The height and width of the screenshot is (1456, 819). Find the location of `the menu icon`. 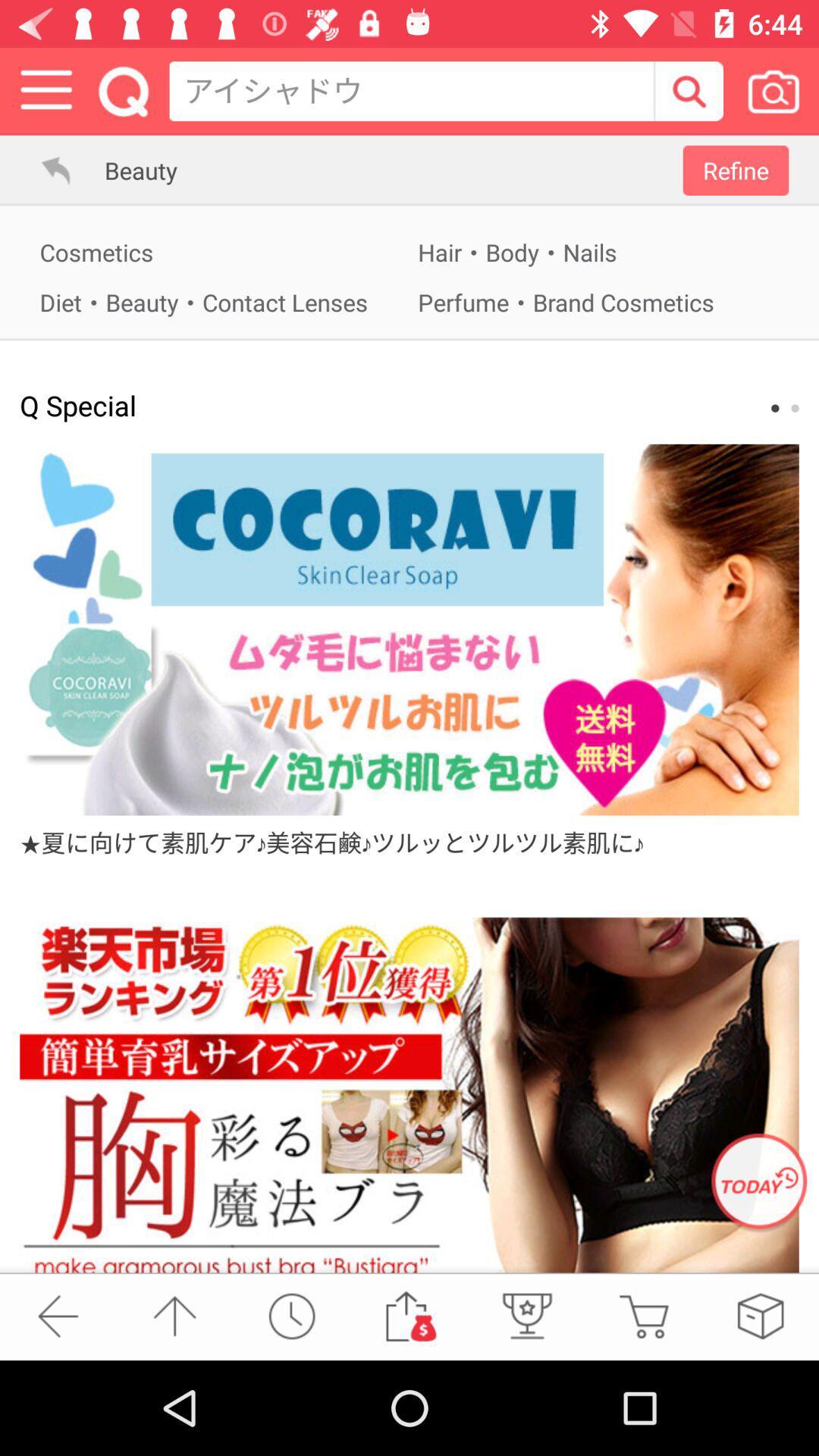

the menu icon is located at coordinates (45, 90).